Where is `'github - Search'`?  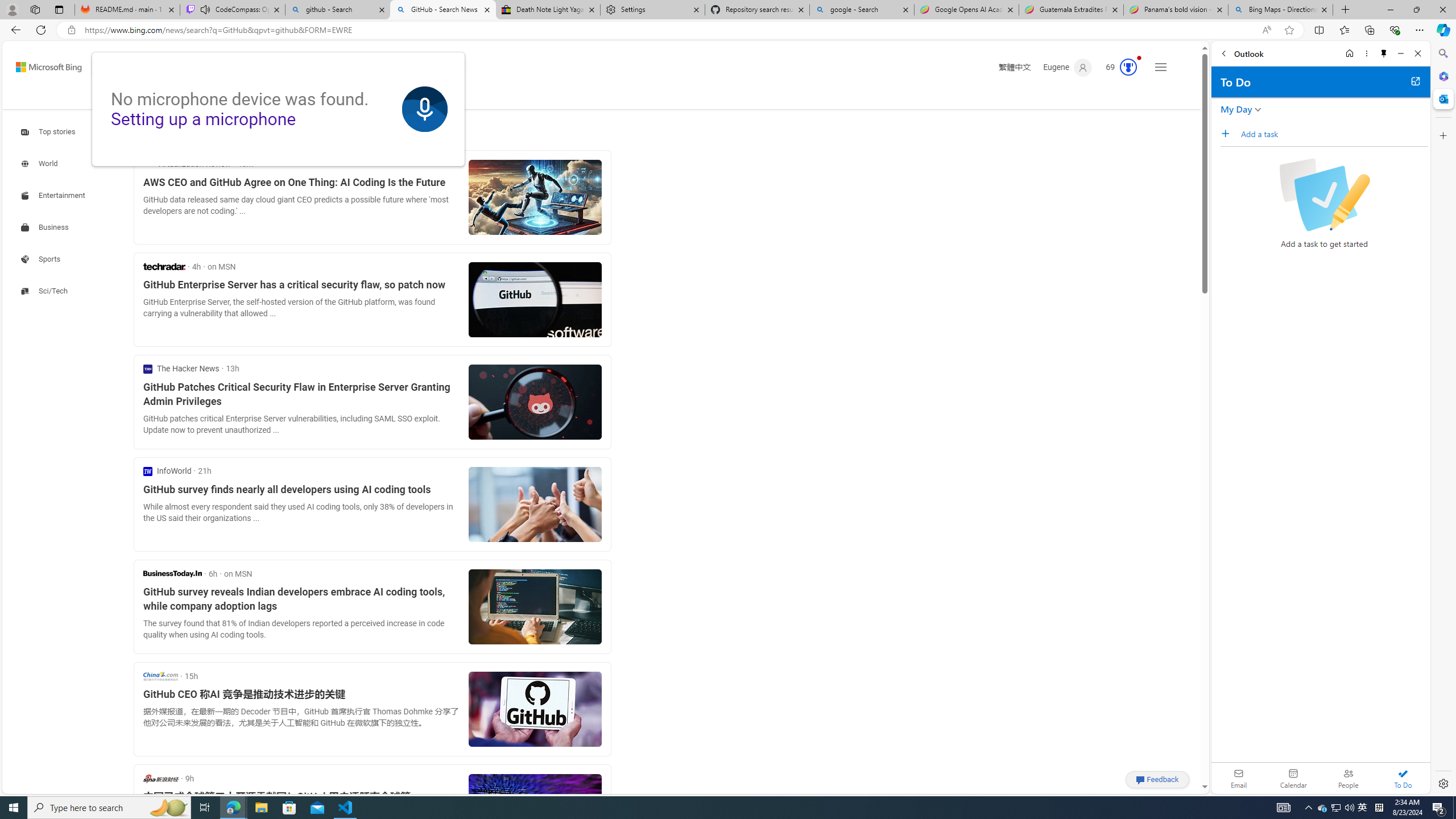
'github - Search' is located at coordinates (337, 9).